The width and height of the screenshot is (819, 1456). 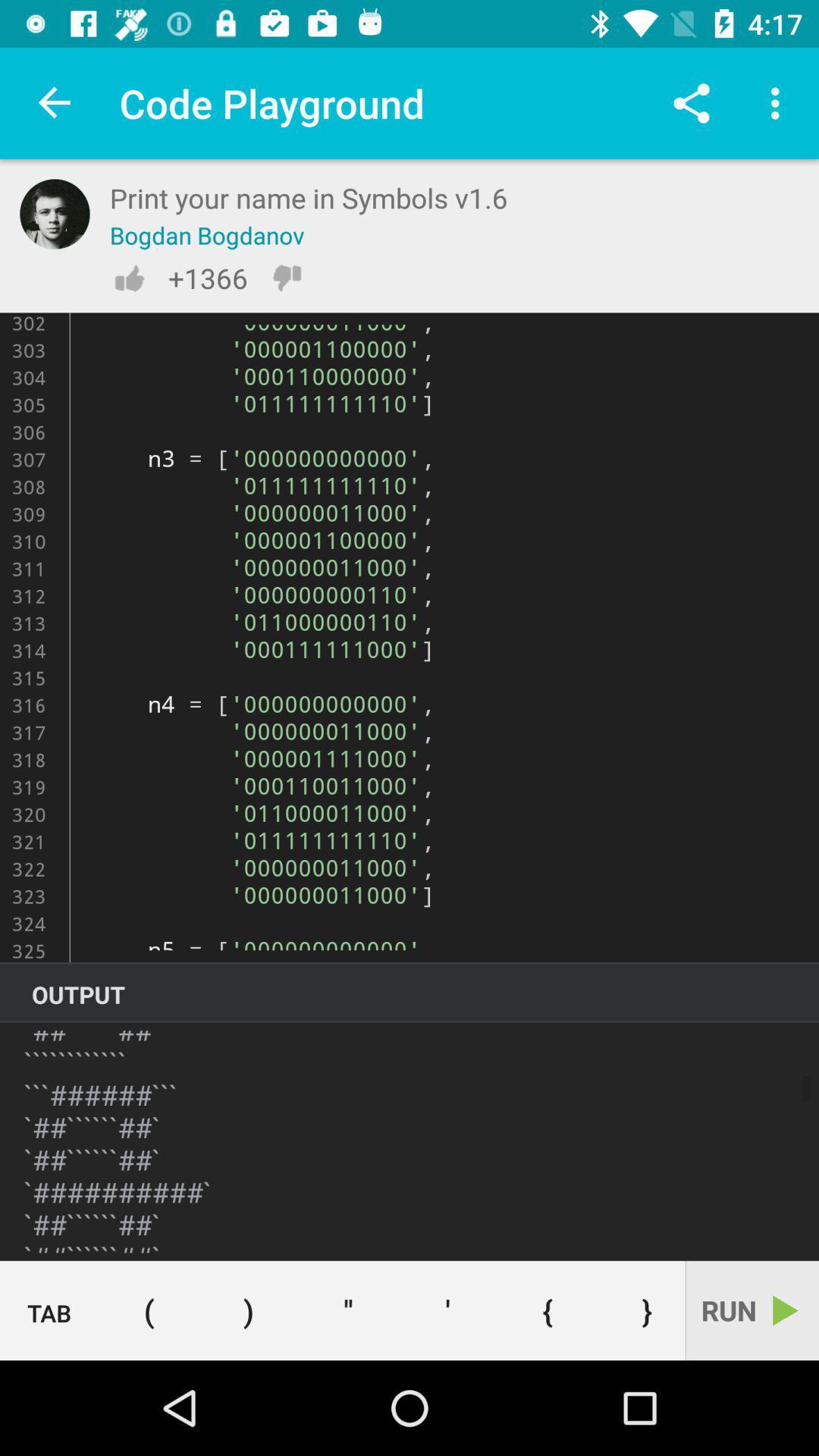 What do you see at coordinates (128, 278) in the screenshot?
I see `the thumbs_up icon` at bounding box center [128, 278].